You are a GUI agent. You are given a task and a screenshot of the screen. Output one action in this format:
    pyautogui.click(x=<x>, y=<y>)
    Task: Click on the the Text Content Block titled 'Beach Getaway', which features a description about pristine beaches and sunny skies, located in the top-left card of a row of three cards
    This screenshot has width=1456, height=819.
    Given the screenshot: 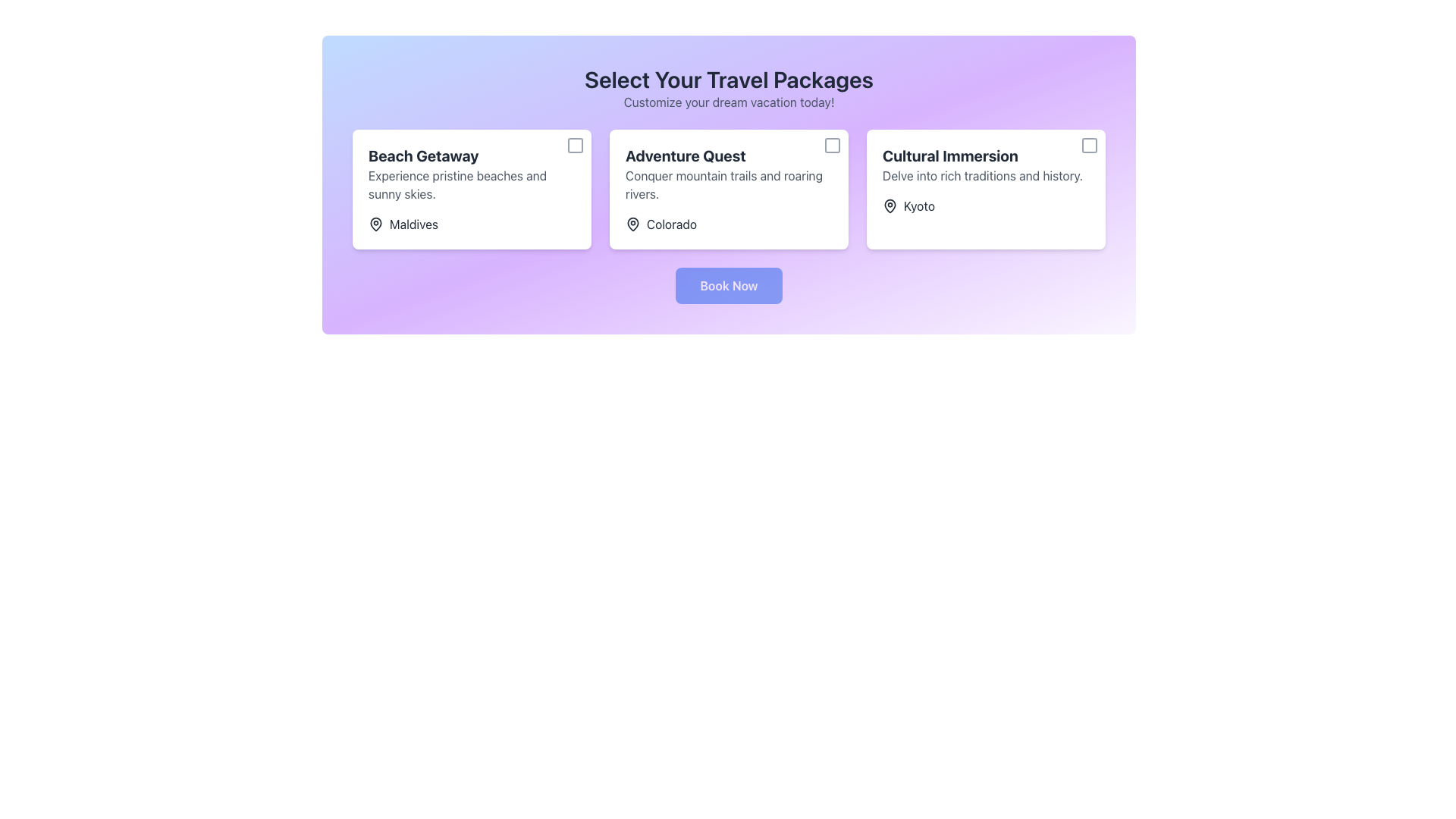 What is the action you would take?
    pyautogui.click(x=471, y=174)
    